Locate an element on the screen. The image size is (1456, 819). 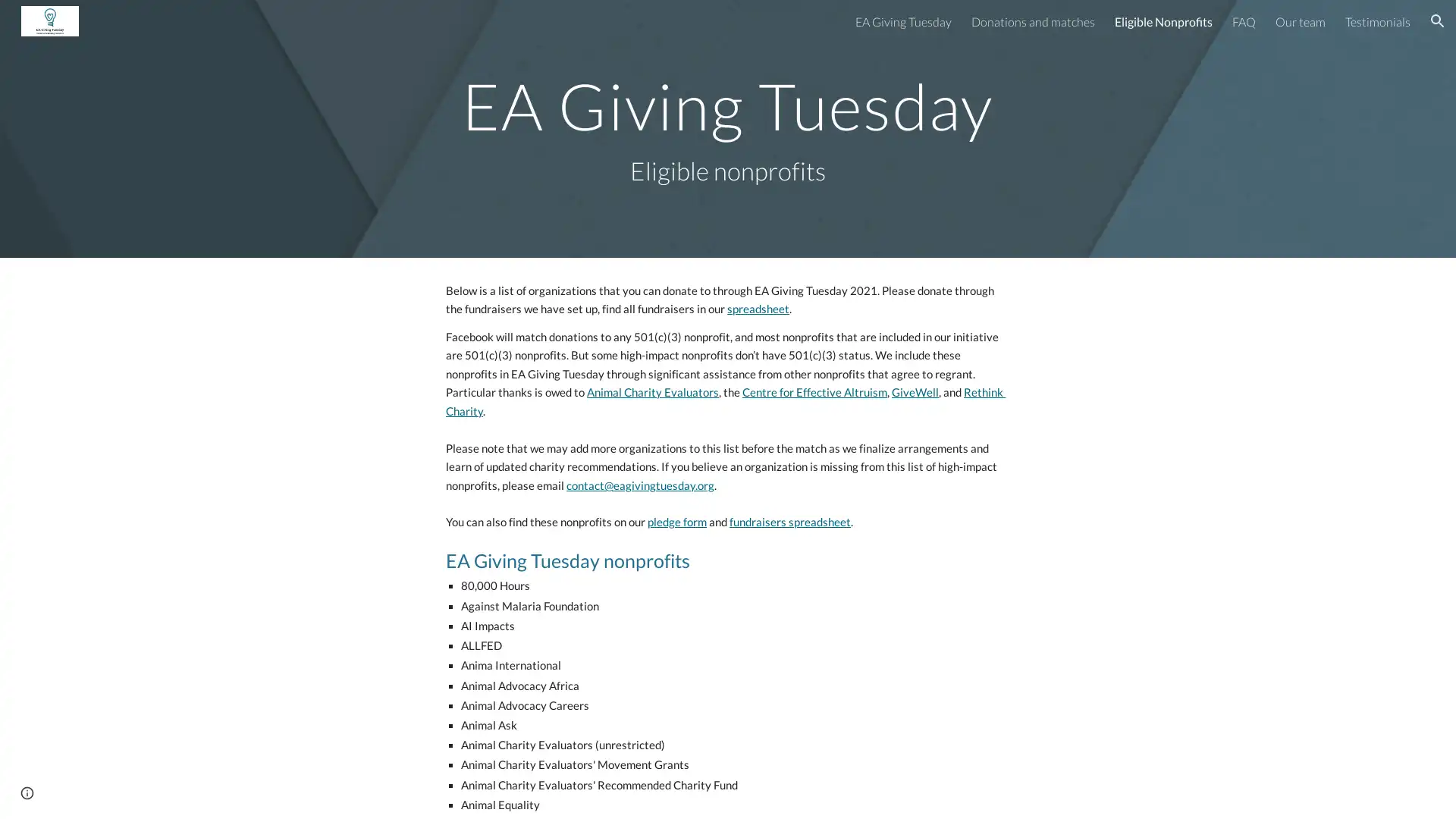
Copy heading link is located at coordinates (706, 560).